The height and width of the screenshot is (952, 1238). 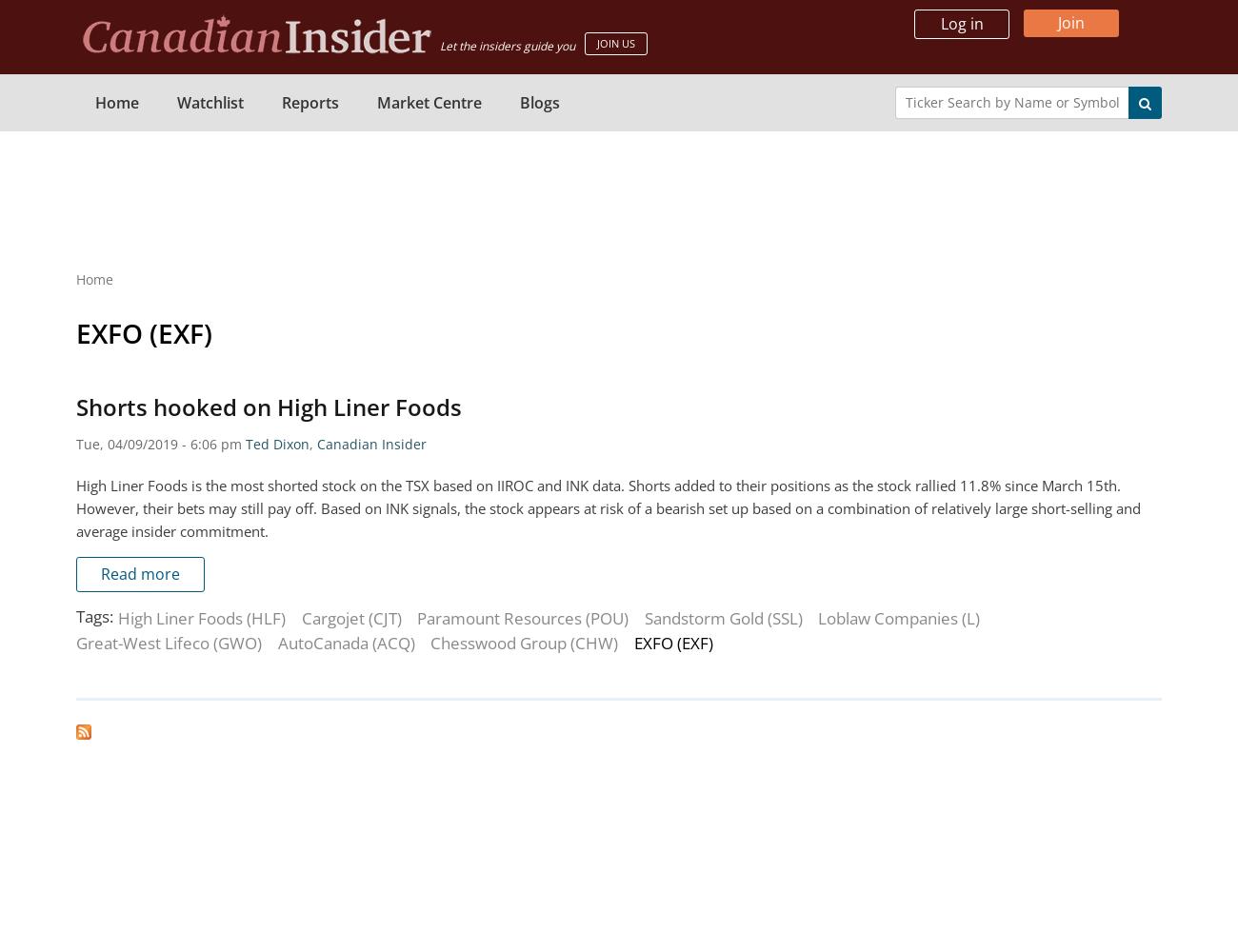 What do you see at coordinates (616, 42) in the screenshot?
I see `'JOIN US'` at bounding box center [616, 42].